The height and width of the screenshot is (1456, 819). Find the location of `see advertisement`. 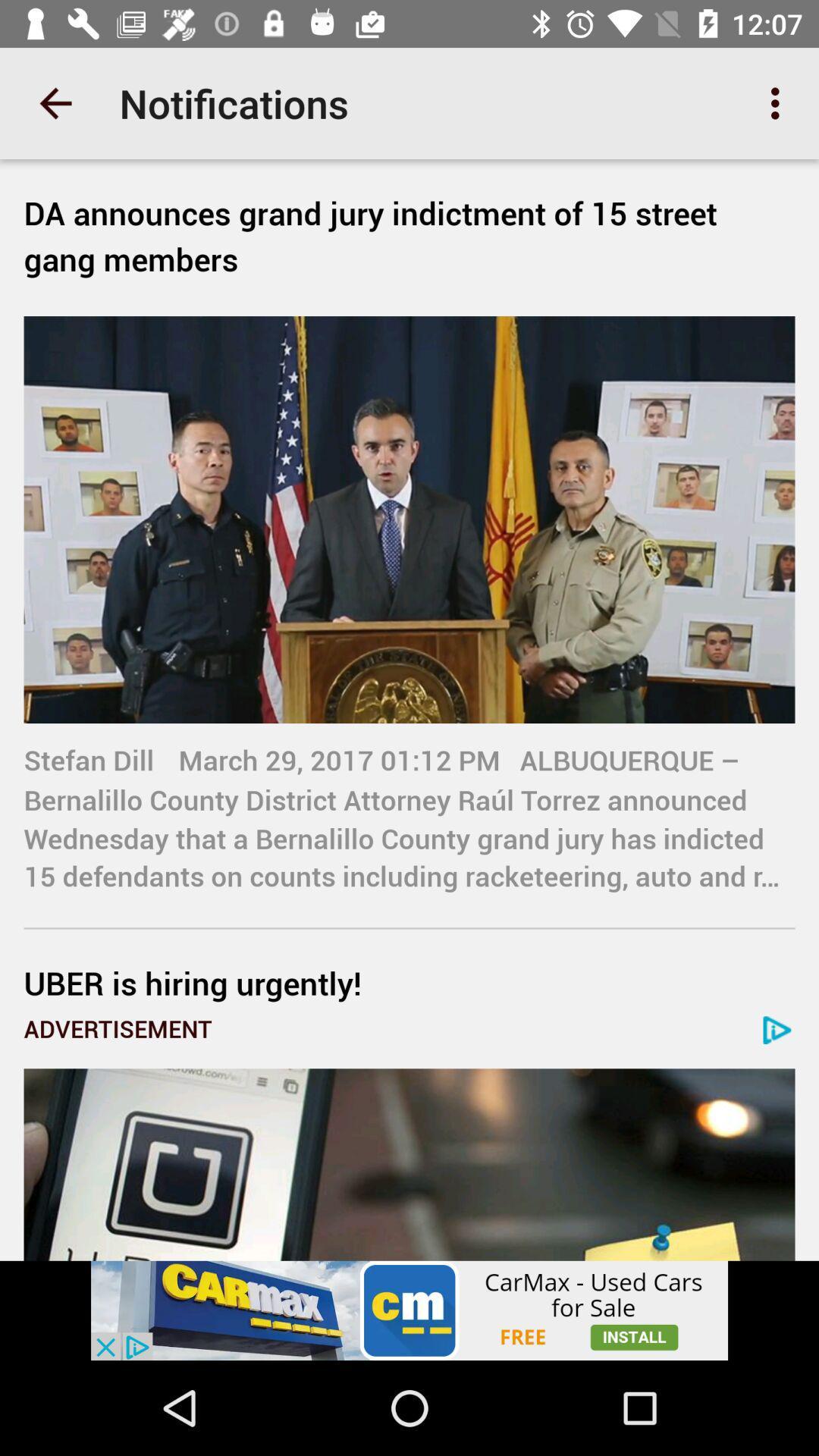

see advertisement is located at coordinates (409, 1310).